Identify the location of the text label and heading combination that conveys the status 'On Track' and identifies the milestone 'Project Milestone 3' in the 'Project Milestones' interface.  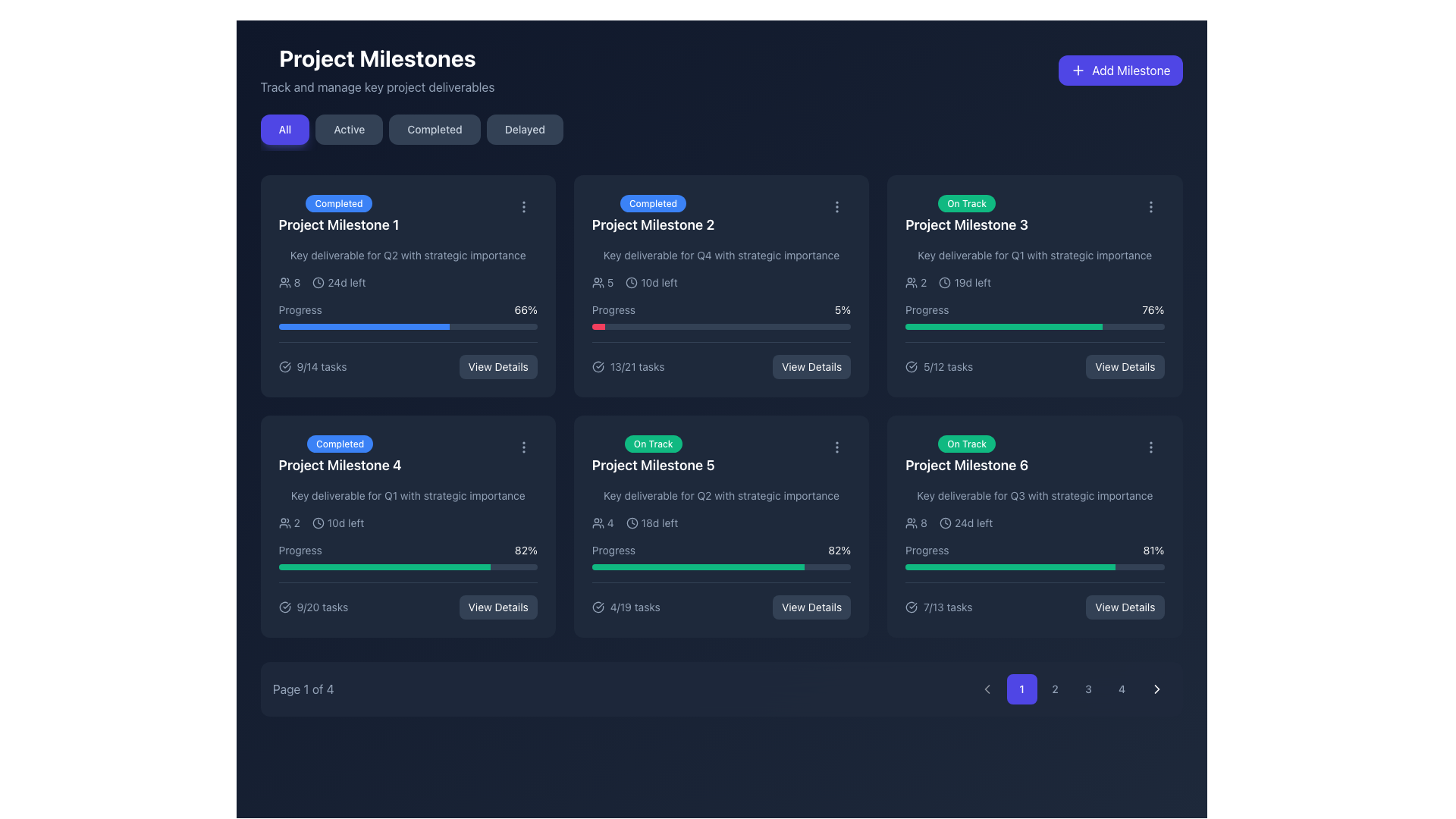
(966, 214).